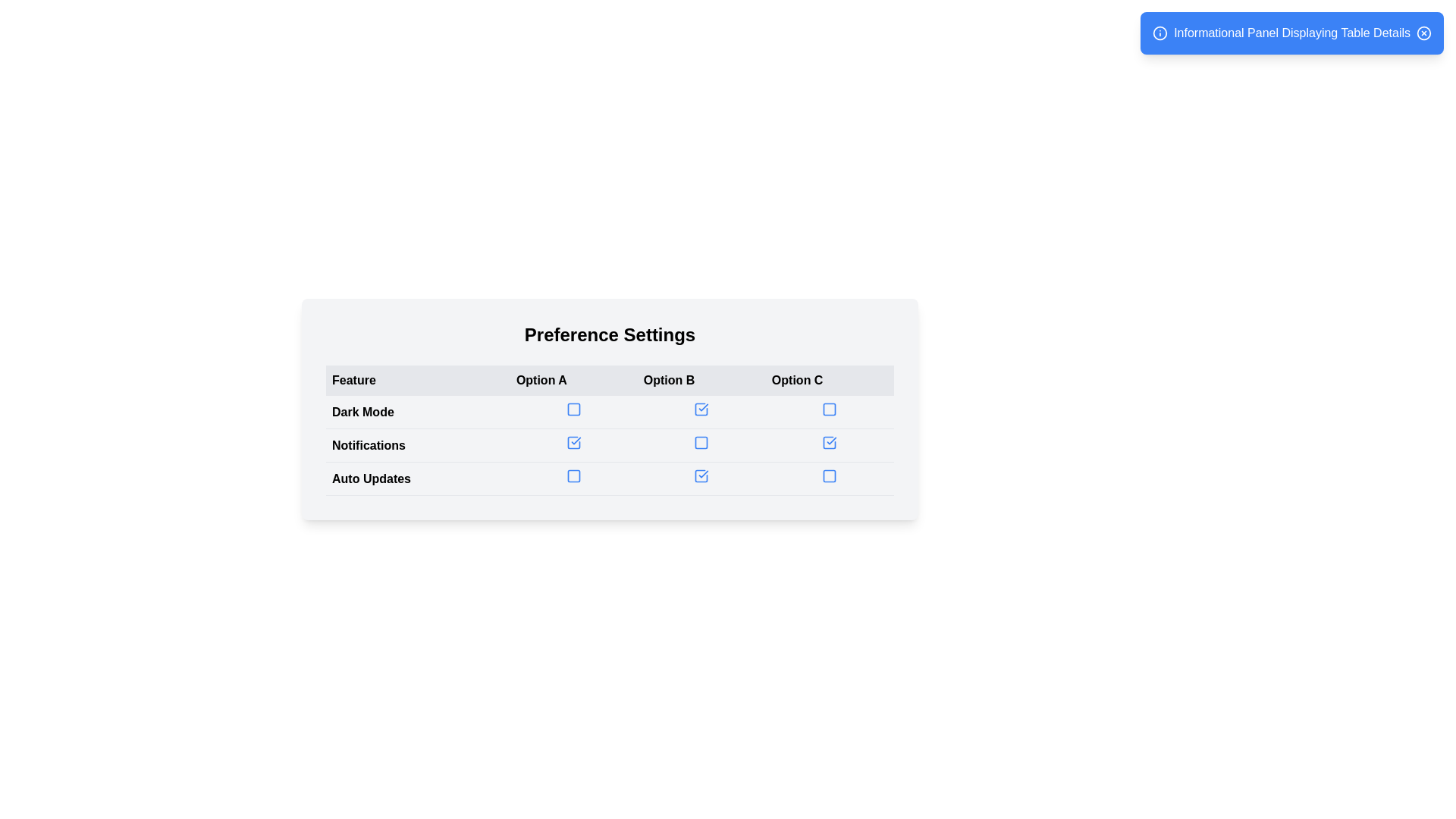  Describe the element at coordinates (701, 475) in the screenshot. I see `the 'Option B' checkbox for the 'Auto Updates' feature` at that location.